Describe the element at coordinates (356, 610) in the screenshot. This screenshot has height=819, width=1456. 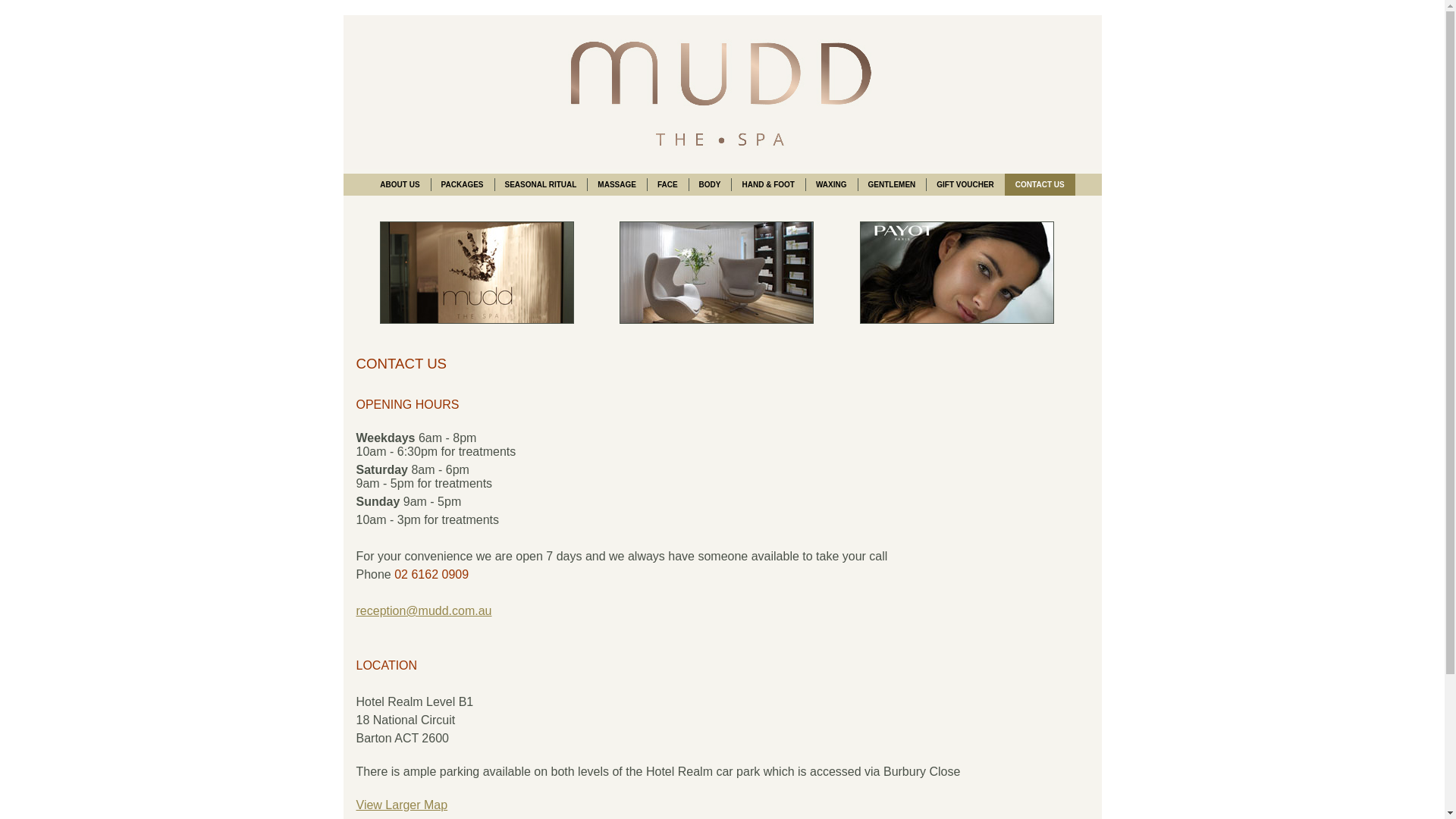
I see `'reception@mudd.com.au'` at that location.